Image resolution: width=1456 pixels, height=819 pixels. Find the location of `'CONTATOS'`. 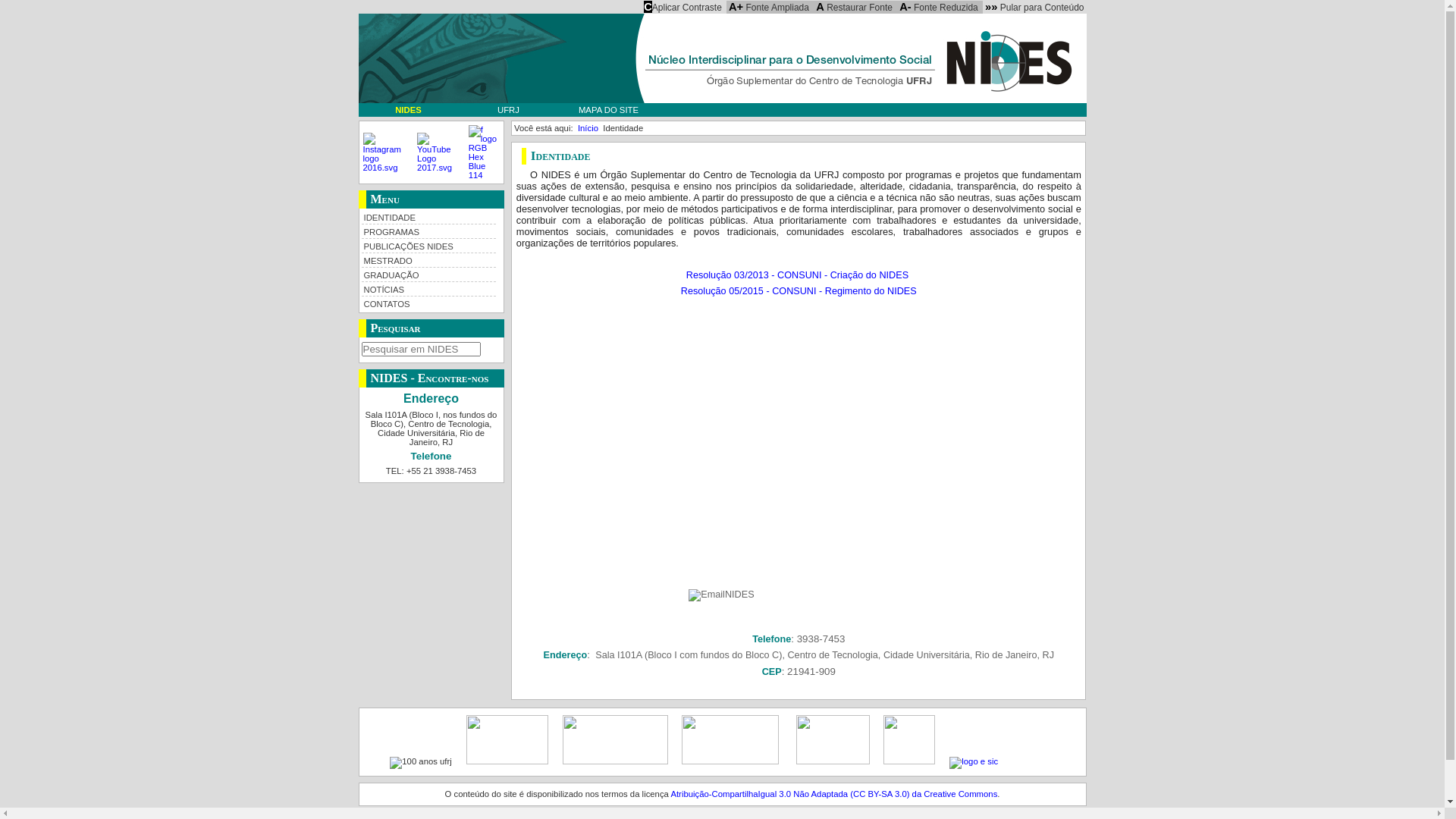

'CONTATOS' is located at coordinates (428, 303).